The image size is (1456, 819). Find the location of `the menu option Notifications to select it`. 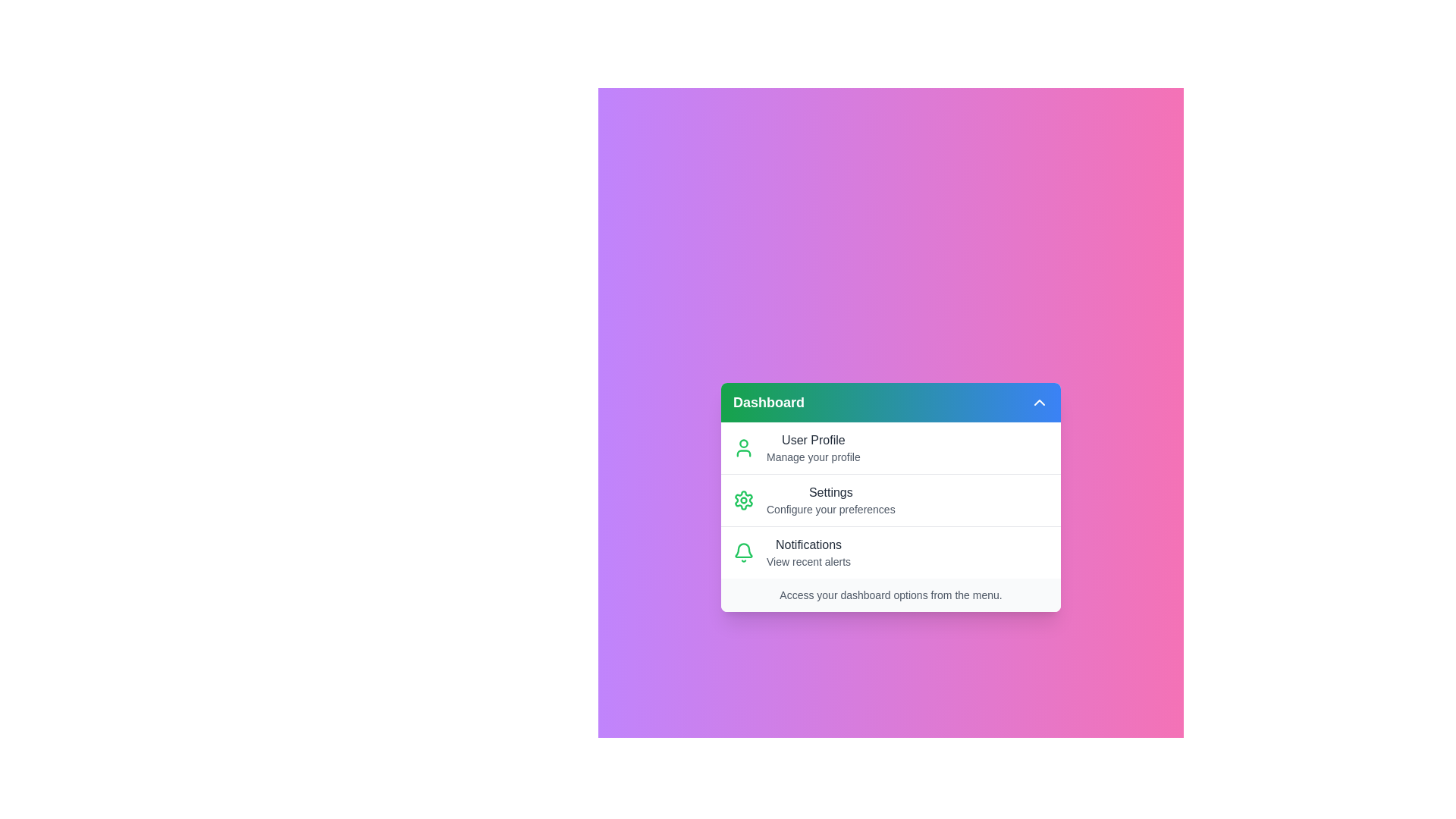

the menu option Notifications to select it is located at coordinates (891, 552).